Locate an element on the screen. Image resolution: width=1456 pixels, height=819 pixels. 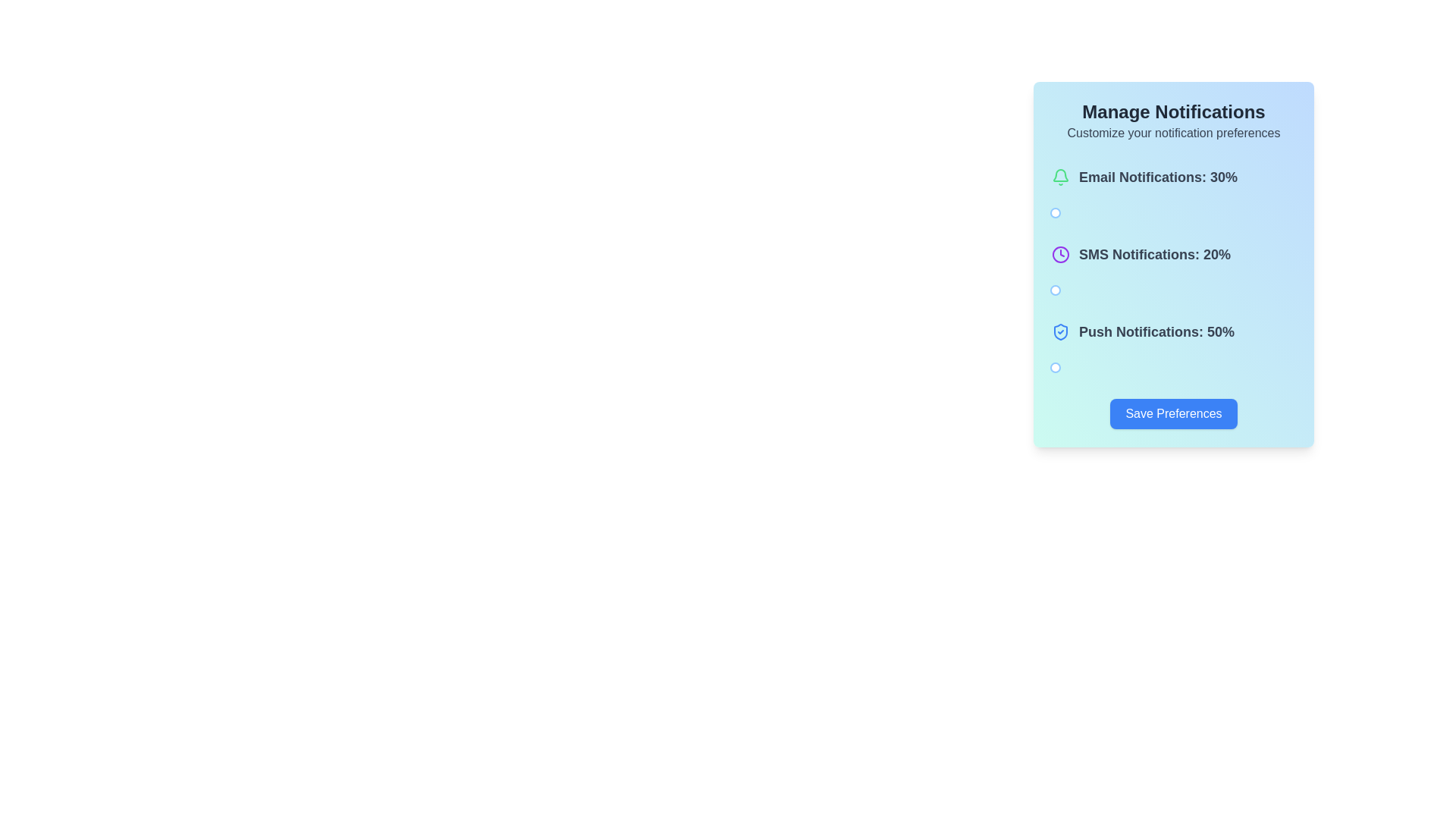
the slider handle of the 'SMS Notifications: 20%' component is located at coordinates (1173, 274).